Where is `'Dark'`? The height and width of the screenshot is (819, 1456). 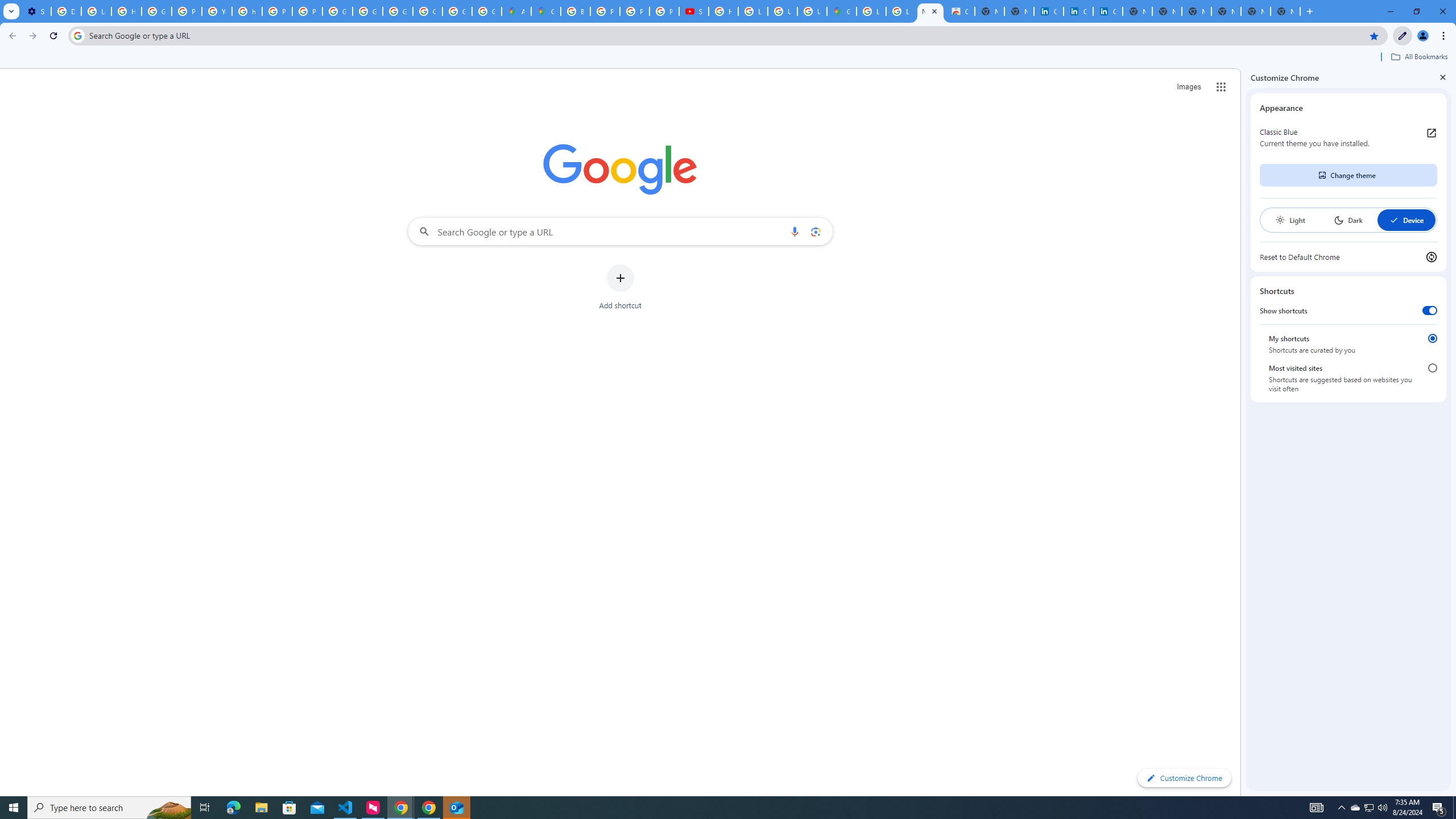 'Dark' is located at coordinates (1347, 220).